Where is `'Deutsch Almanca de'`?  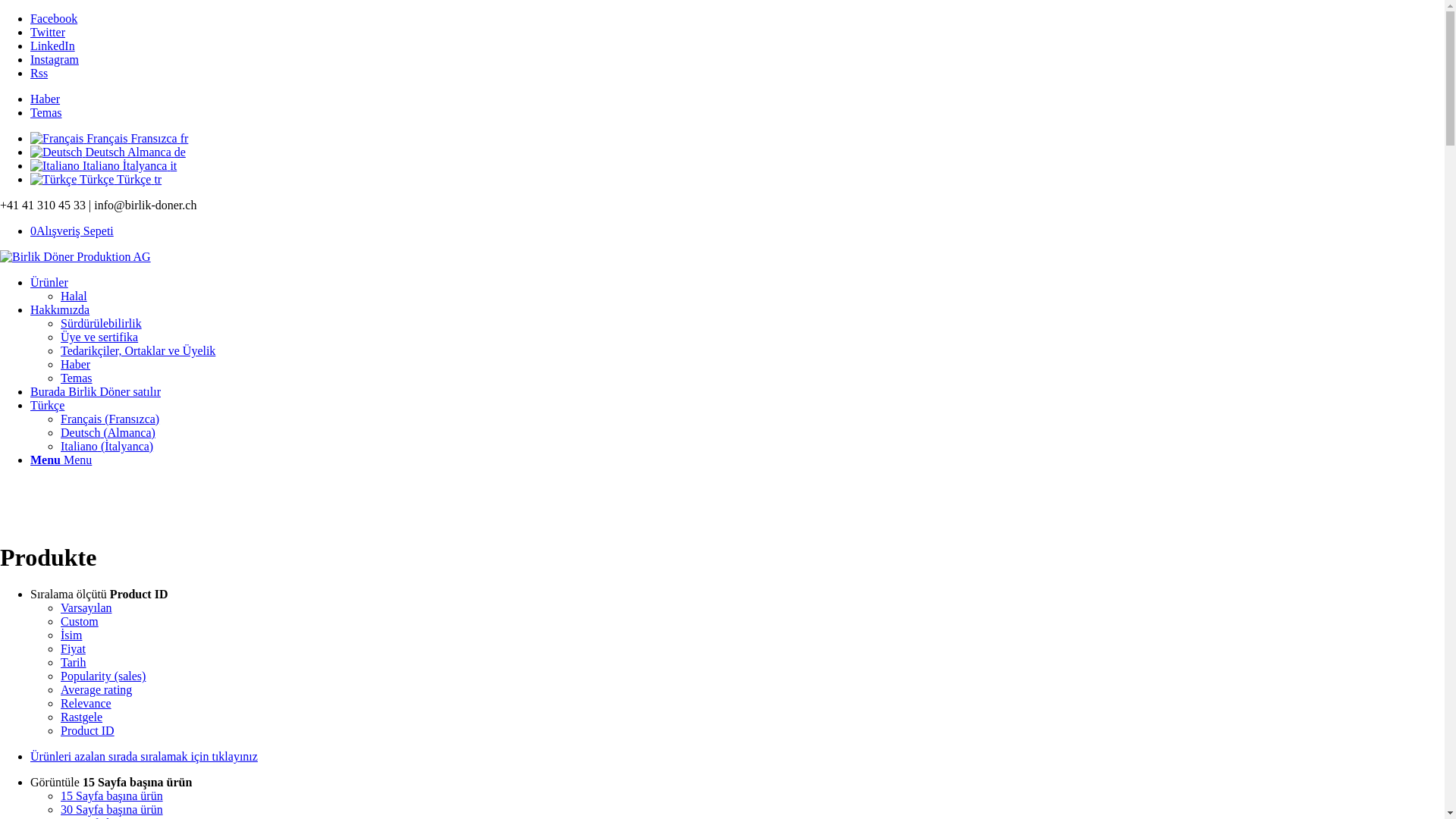 'Deutsch Almanca de' is located at coordinates (107, 152).